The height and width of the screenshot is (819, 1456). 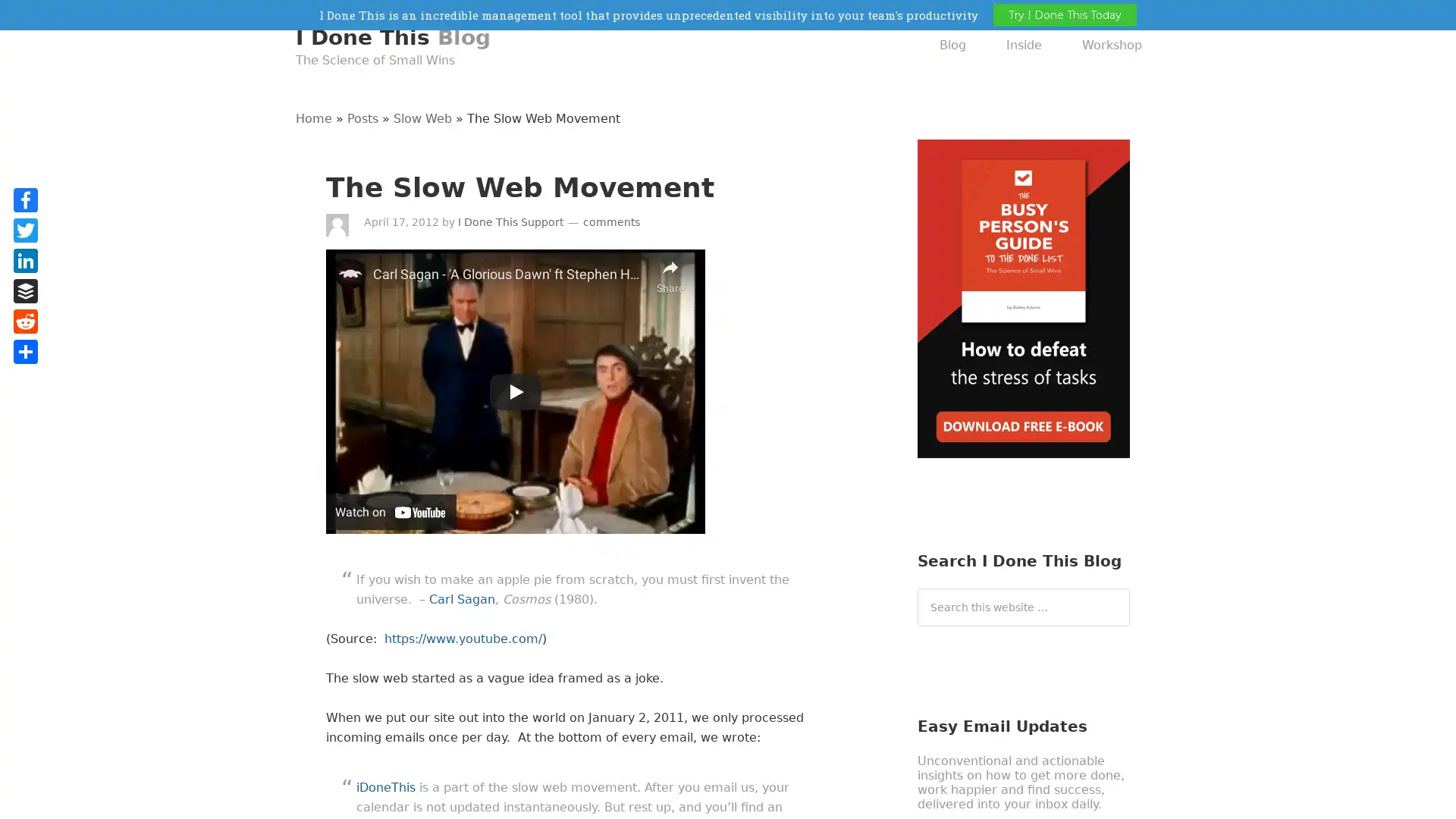 I want to click on Search, so click(x=1129, y=587).